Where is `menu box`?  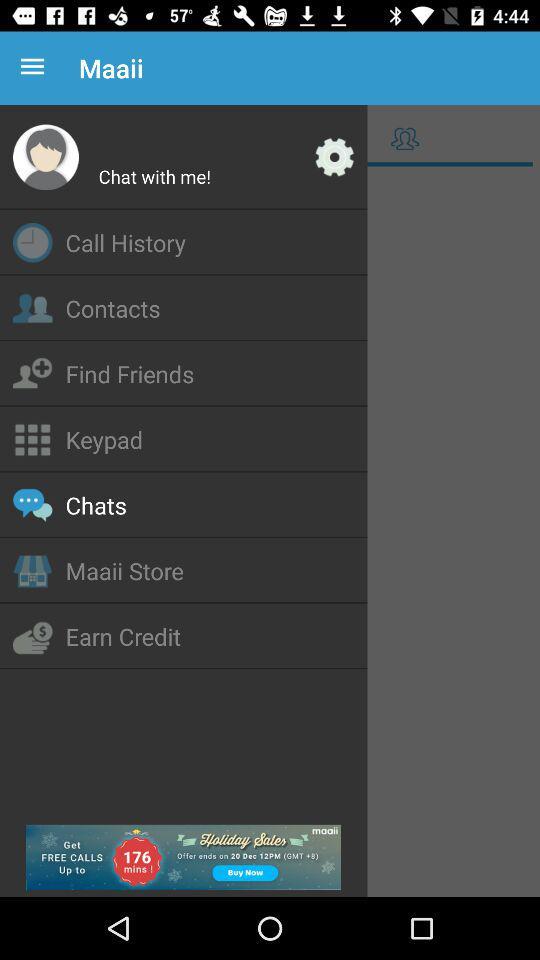
menu box is located at coordinates (270, 532).